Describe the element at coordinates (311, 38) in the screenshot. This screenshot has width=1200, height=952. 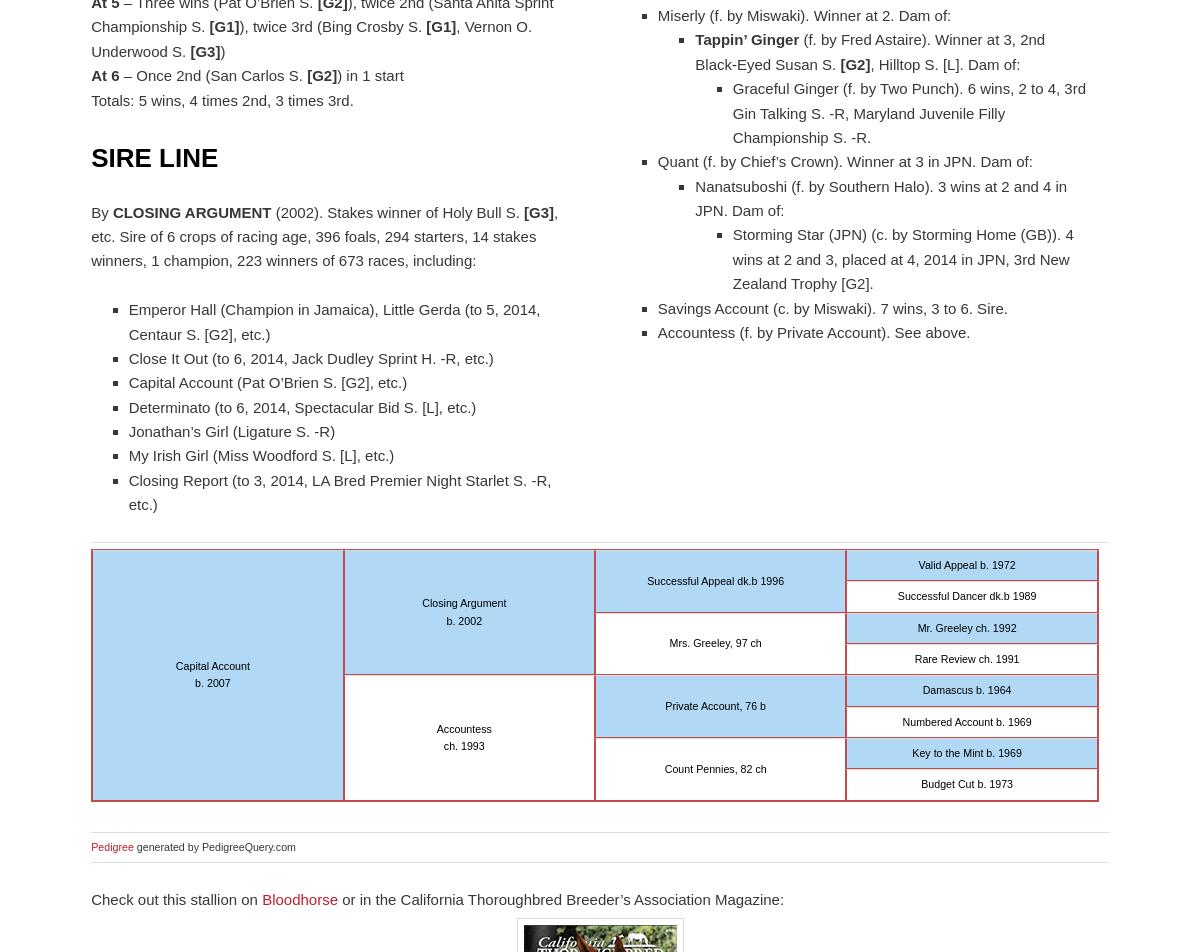
I see `', Vernon O. Underwood S.'` at that location.